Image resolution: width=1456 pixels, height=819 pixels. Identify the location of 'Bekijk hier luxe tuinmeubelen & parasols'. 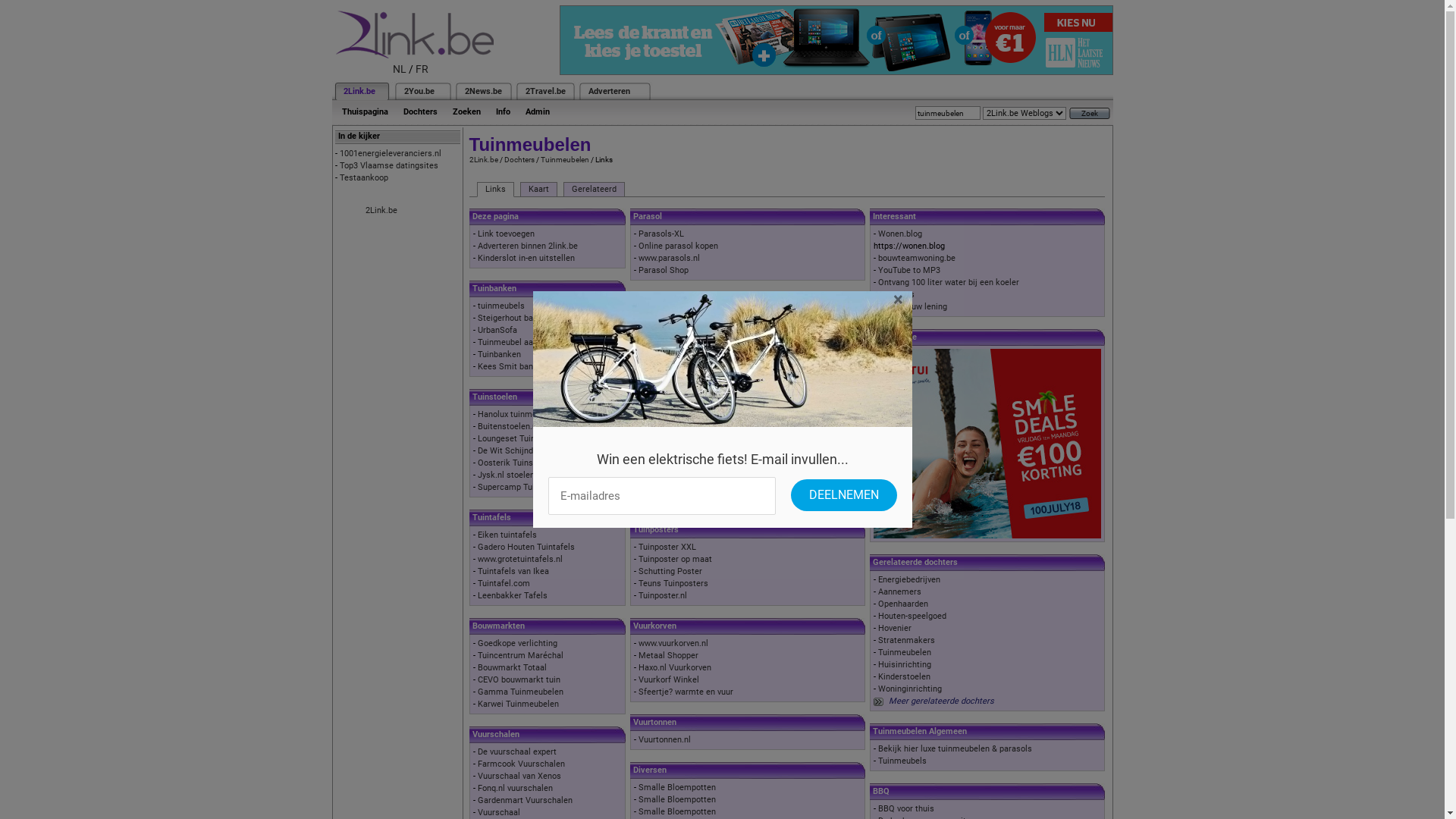
(877, 748).